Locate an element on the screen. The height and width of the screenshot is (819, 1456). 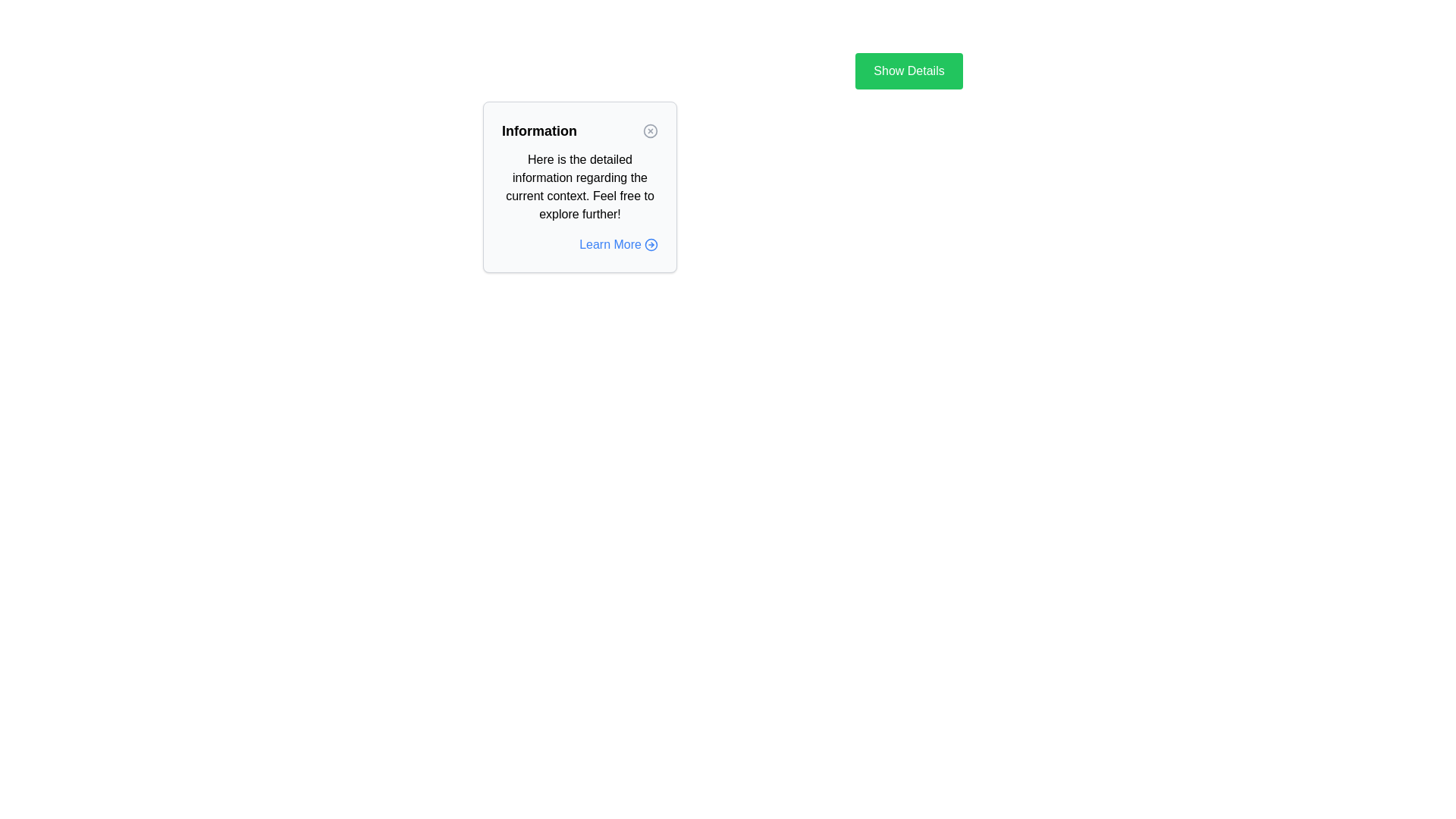
text content of the descriptive body text located in the 'Information' card, positioned between the title and the 'Learn More' link is located at coordinates (579, 186).